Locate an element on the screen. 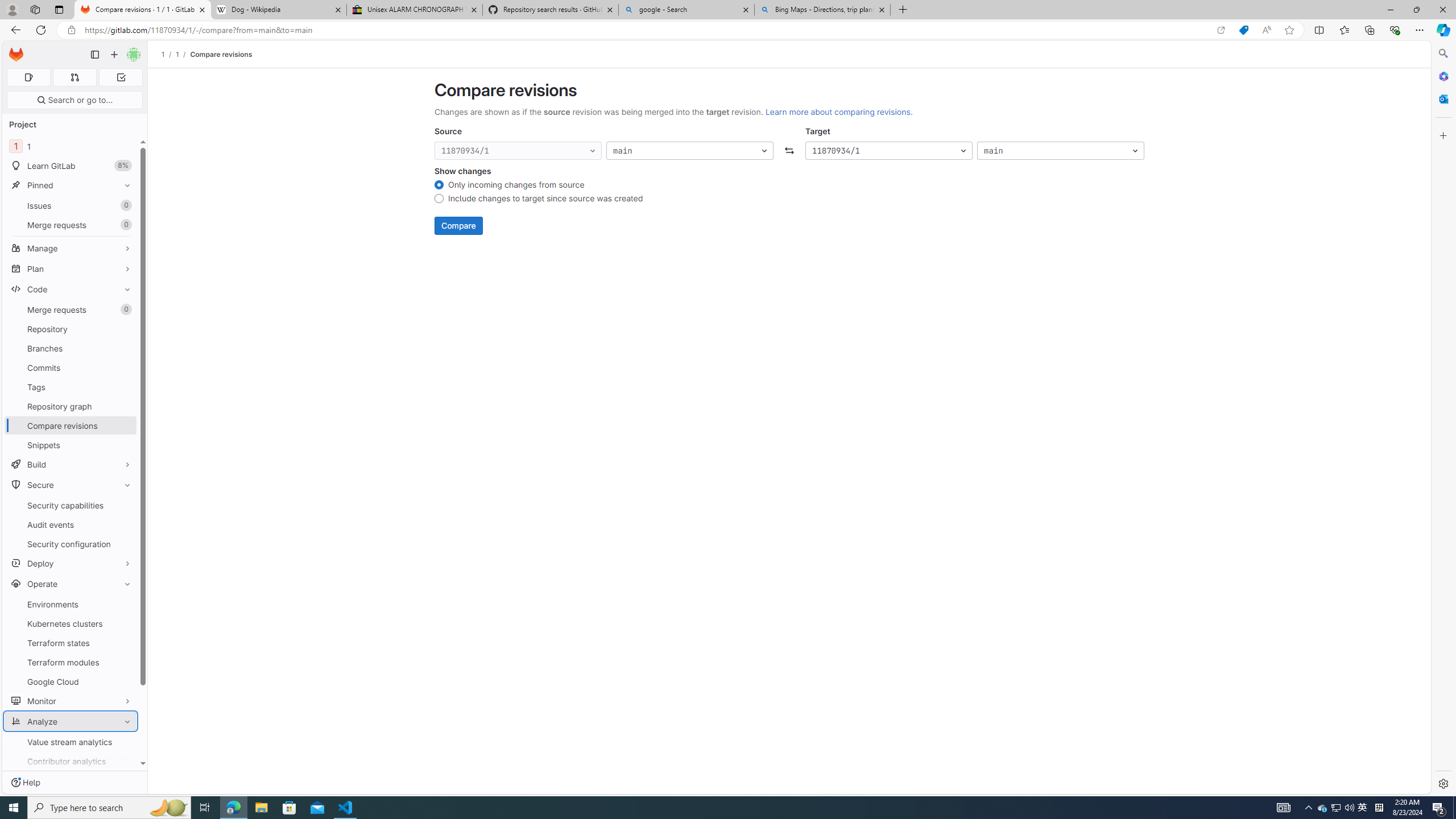  'Commits' is located at coordinates (70, 367).